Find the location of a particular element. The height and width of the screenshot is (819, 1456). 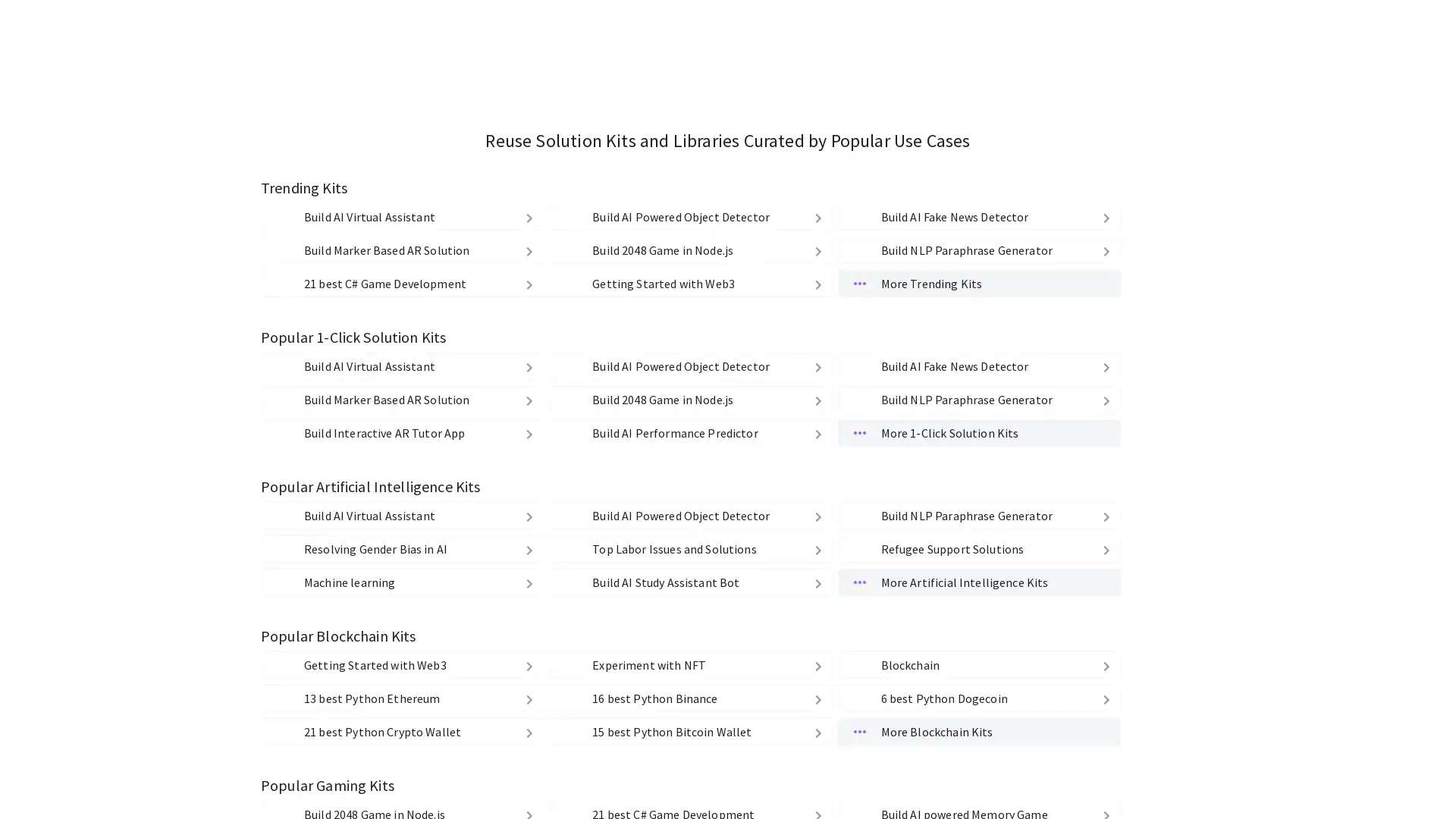

getting-started-with-web3 Getting Started with Web3 is located at coordinates (689, 663).